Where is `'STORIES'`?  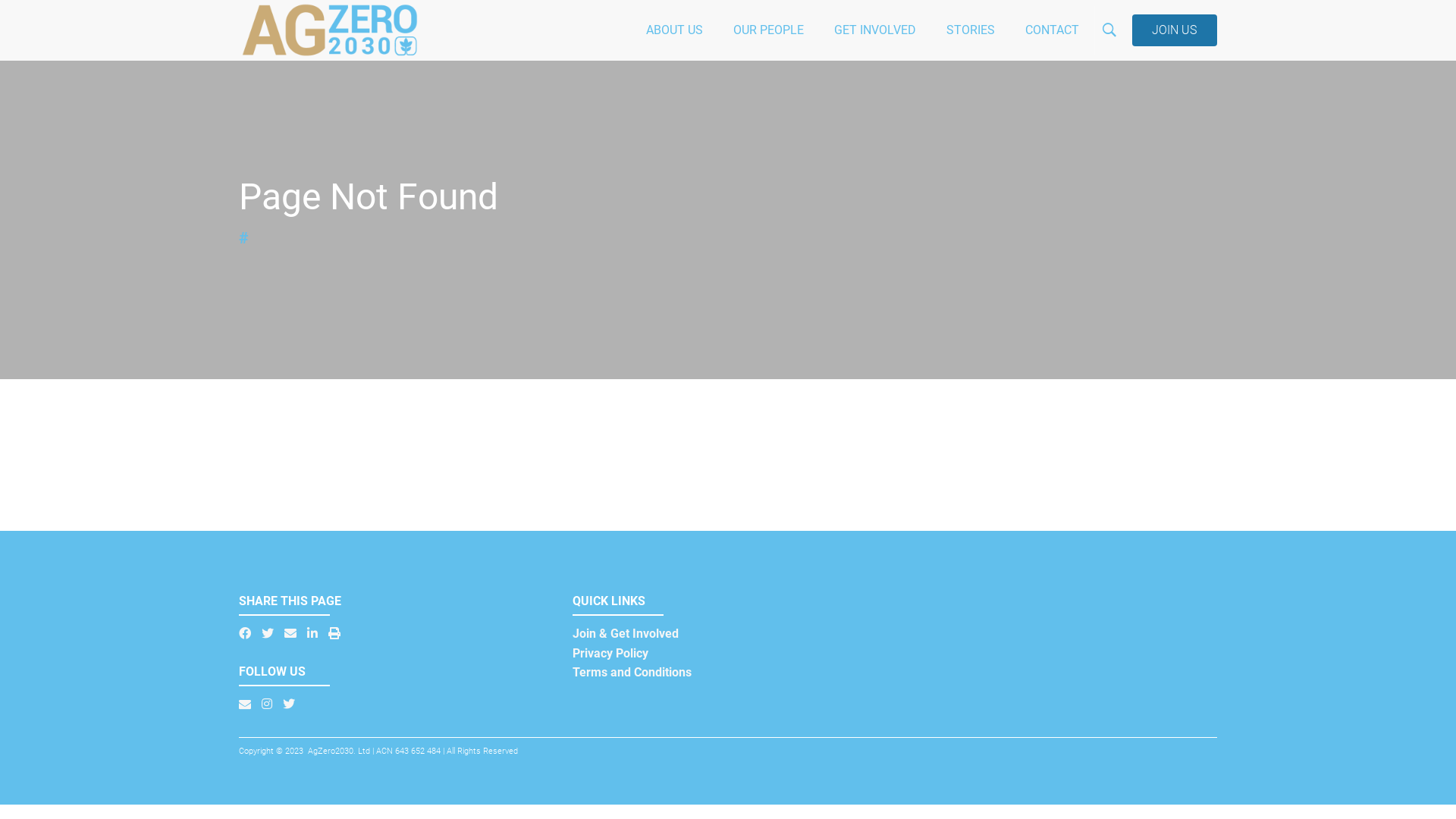
'STORIES' is located at coordinates (971, 30).